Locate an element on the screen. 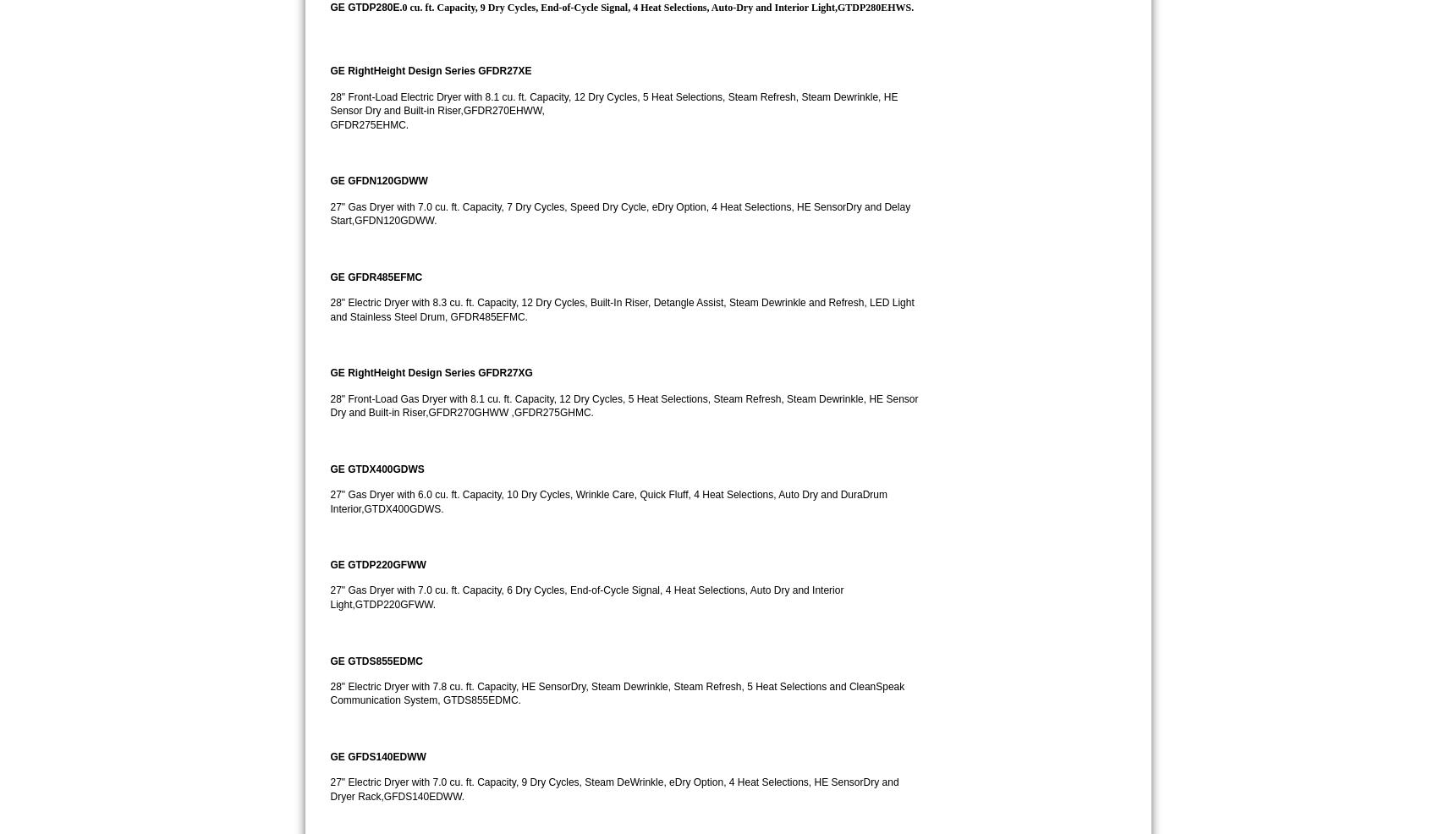 The width and height of the screenshot is (1456, 834). '92154' is located at coordinates (1014, 34).